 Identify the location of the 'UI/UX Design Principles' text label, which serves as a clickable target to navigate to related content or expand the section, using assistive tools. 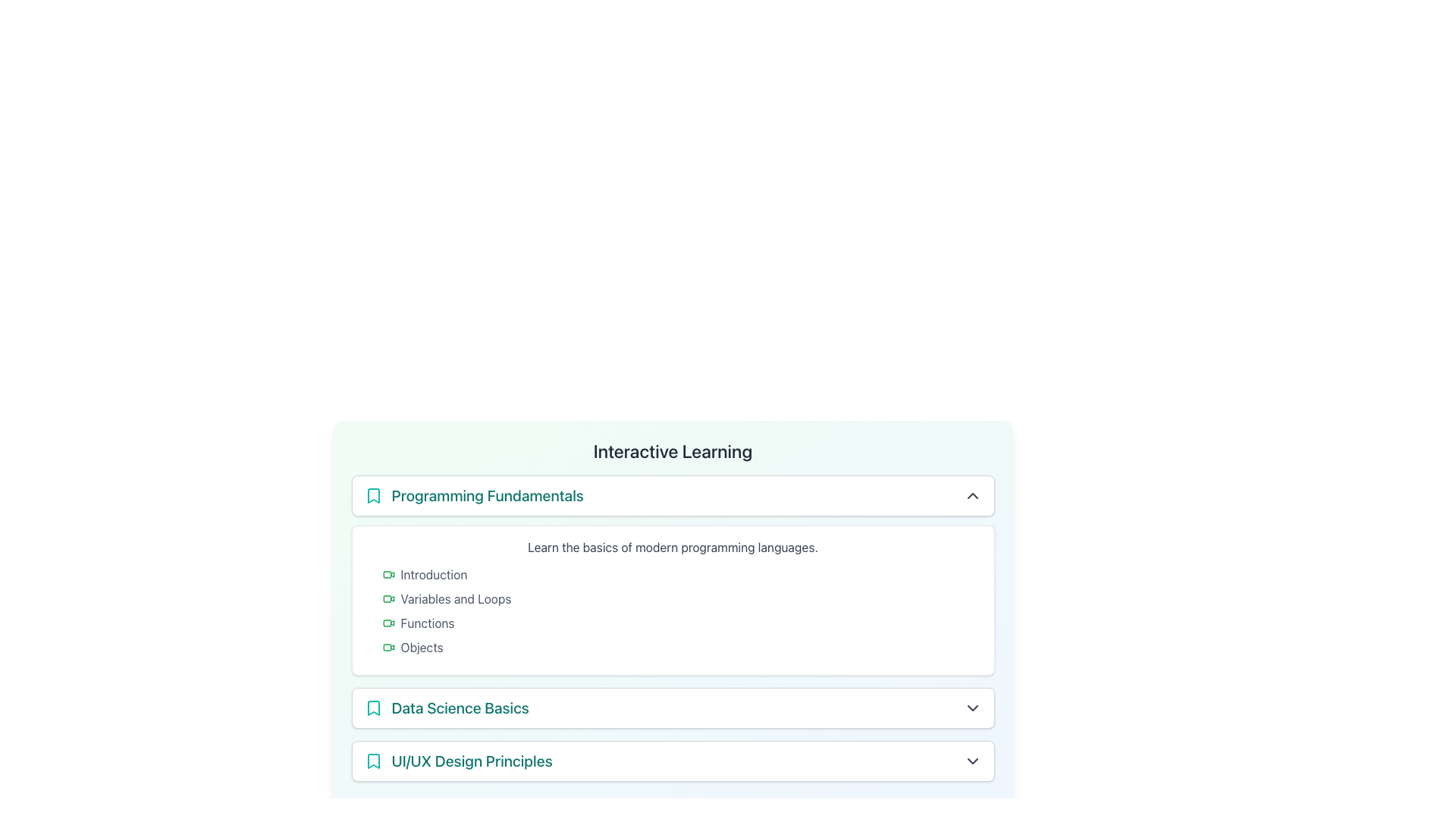
(457, 761).